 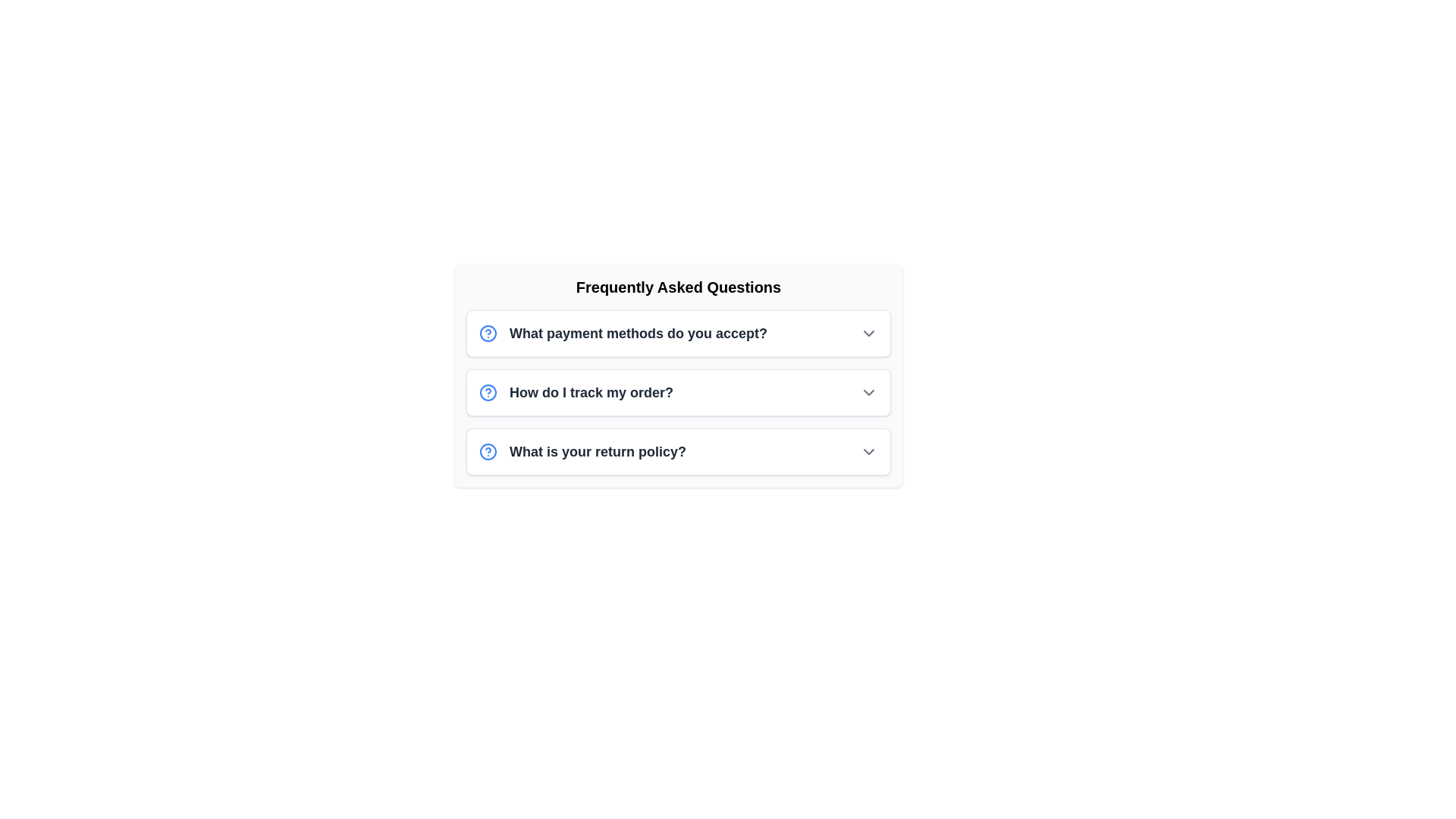 I want to click on the first FAQ item in the Dropdown list, so click(x=677, y=332).